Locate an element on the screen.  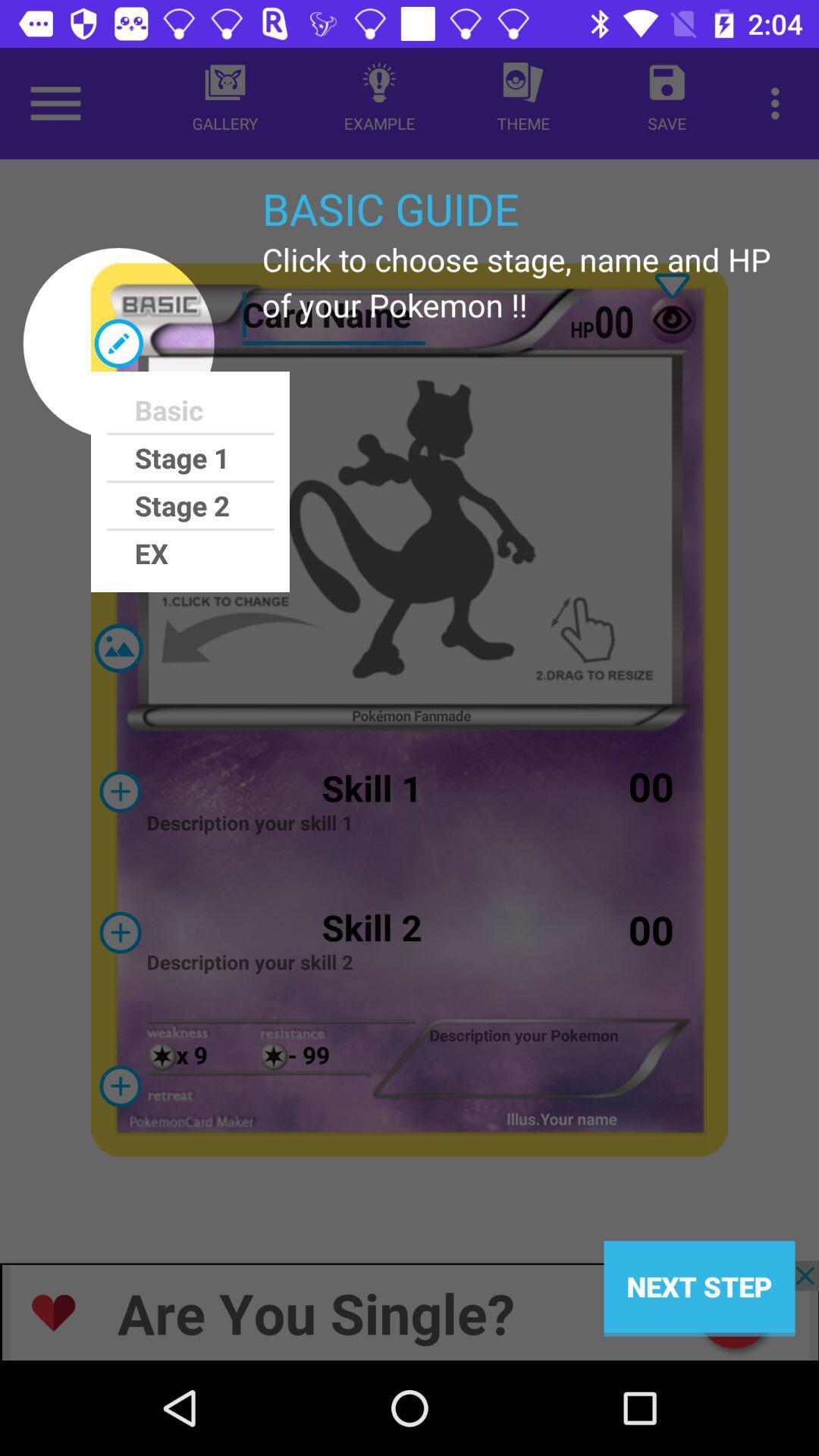
the add icon is located at coordinates (119, 790).